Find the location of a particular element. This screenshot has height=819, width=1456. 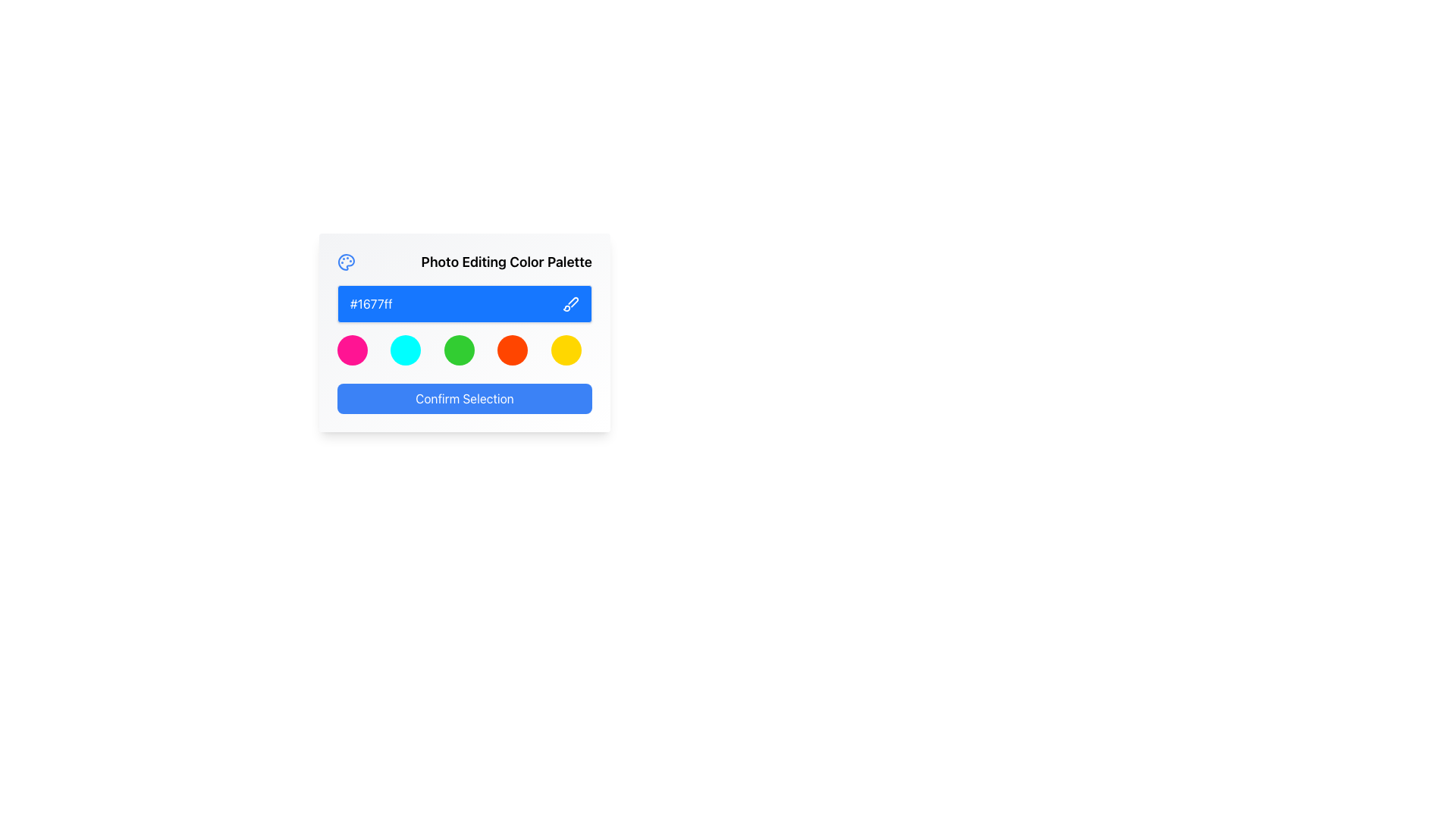

the fifth circle in a row of five colored circles is located at coordinates (565, 350).